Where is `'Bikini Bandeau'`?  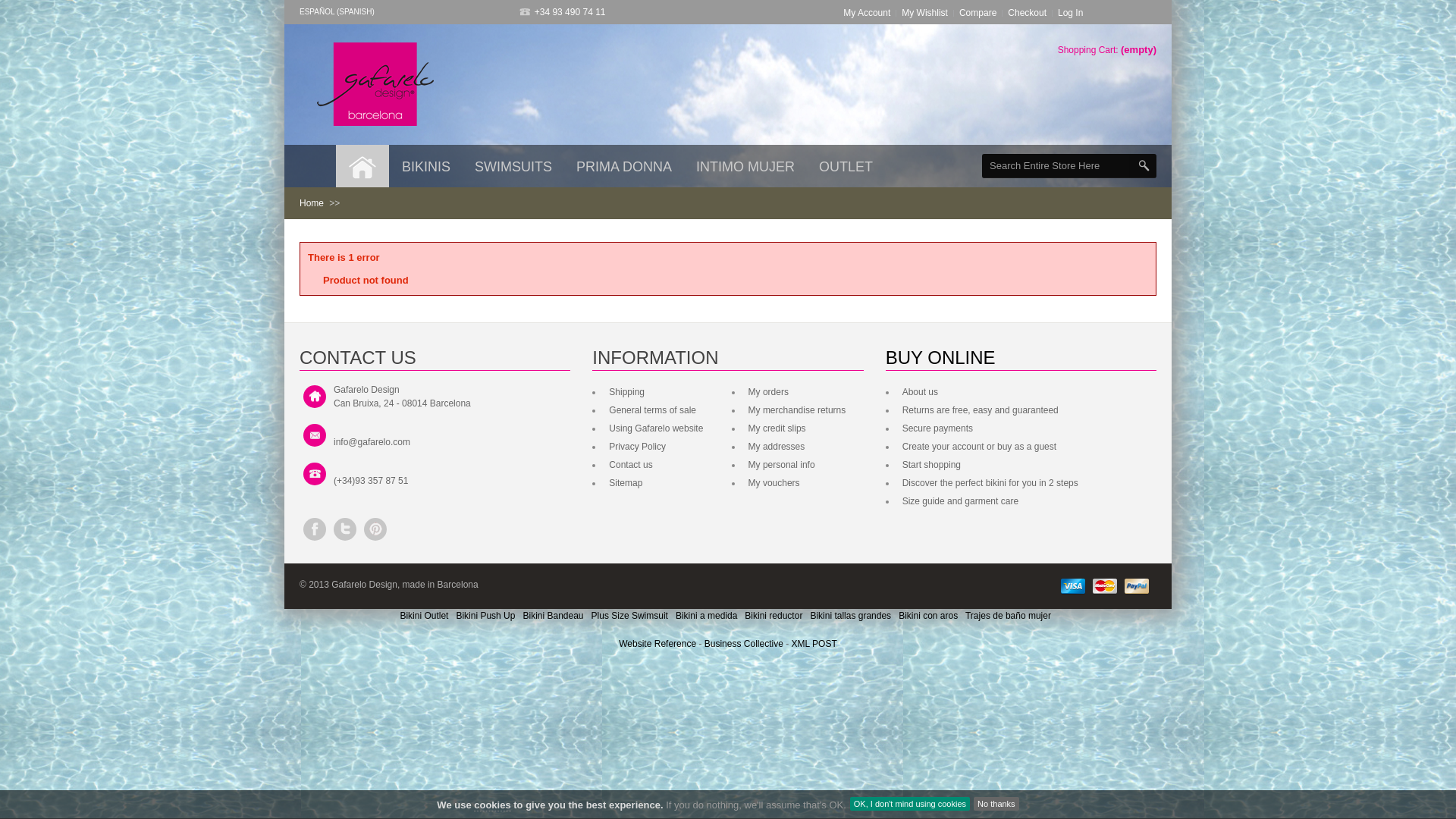 'Bikini Bandeau' is located at coordinates (552, 616).